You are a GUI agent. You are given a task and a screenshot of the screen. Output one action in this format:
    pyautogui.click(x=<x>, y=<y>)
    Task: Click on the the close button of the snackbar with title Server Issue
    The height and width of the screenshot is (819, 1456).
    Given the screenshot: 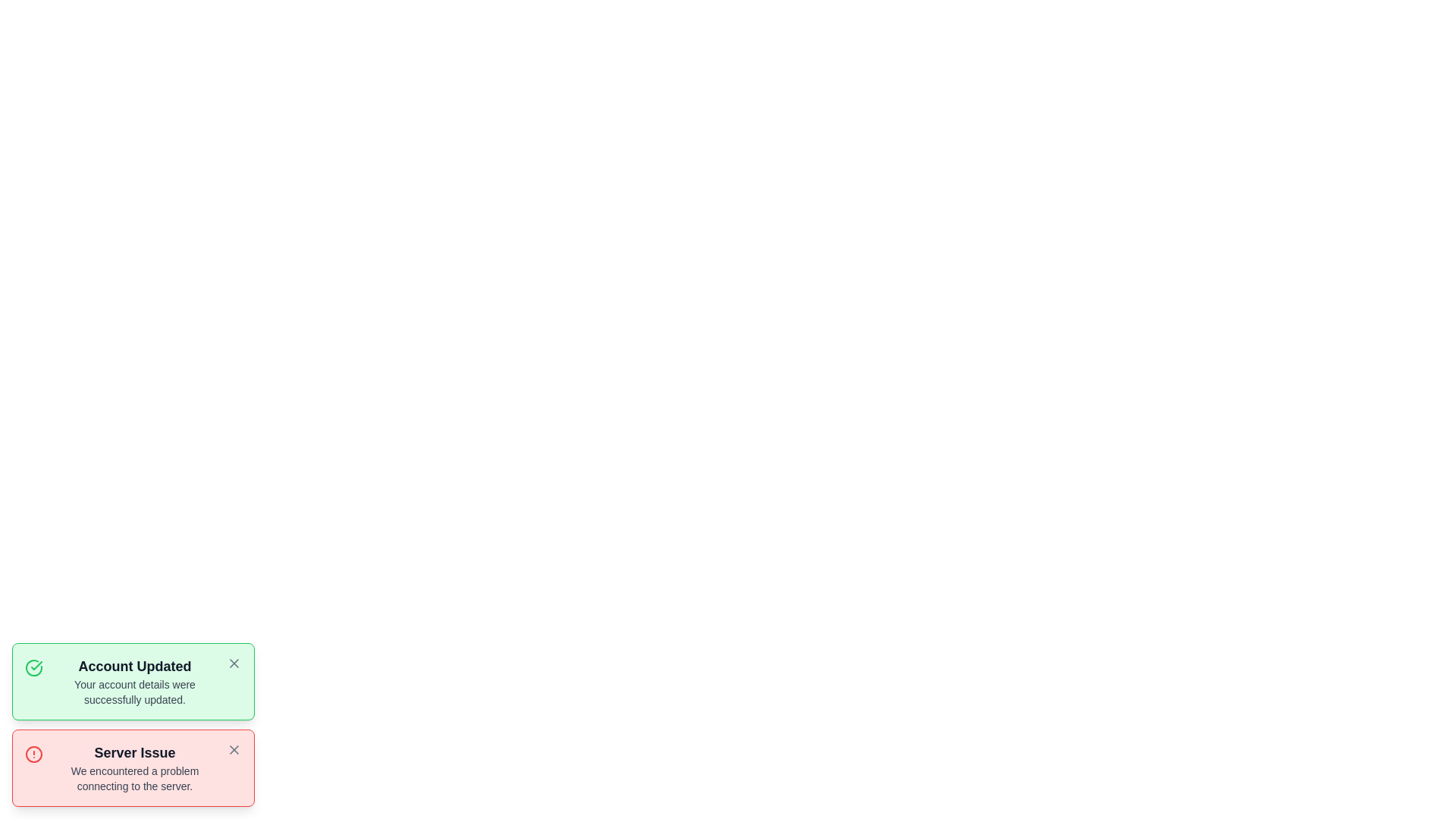 What is the action you would take?
    pyautogui.click(x=233, y=748)
    